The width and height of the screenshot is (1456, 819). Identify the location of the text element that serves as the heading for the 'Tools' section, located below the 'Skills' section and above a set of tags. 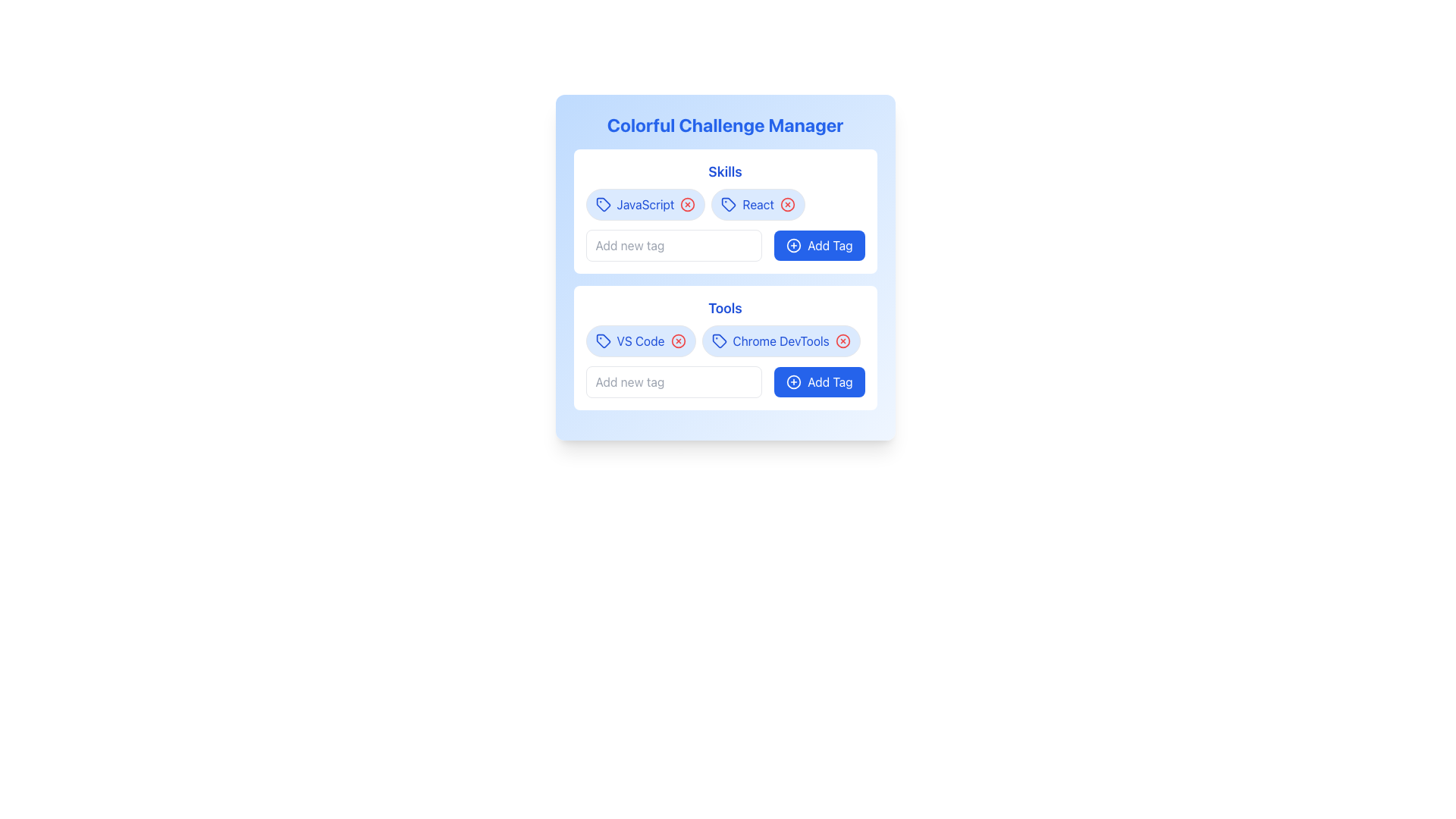
(724, 308).